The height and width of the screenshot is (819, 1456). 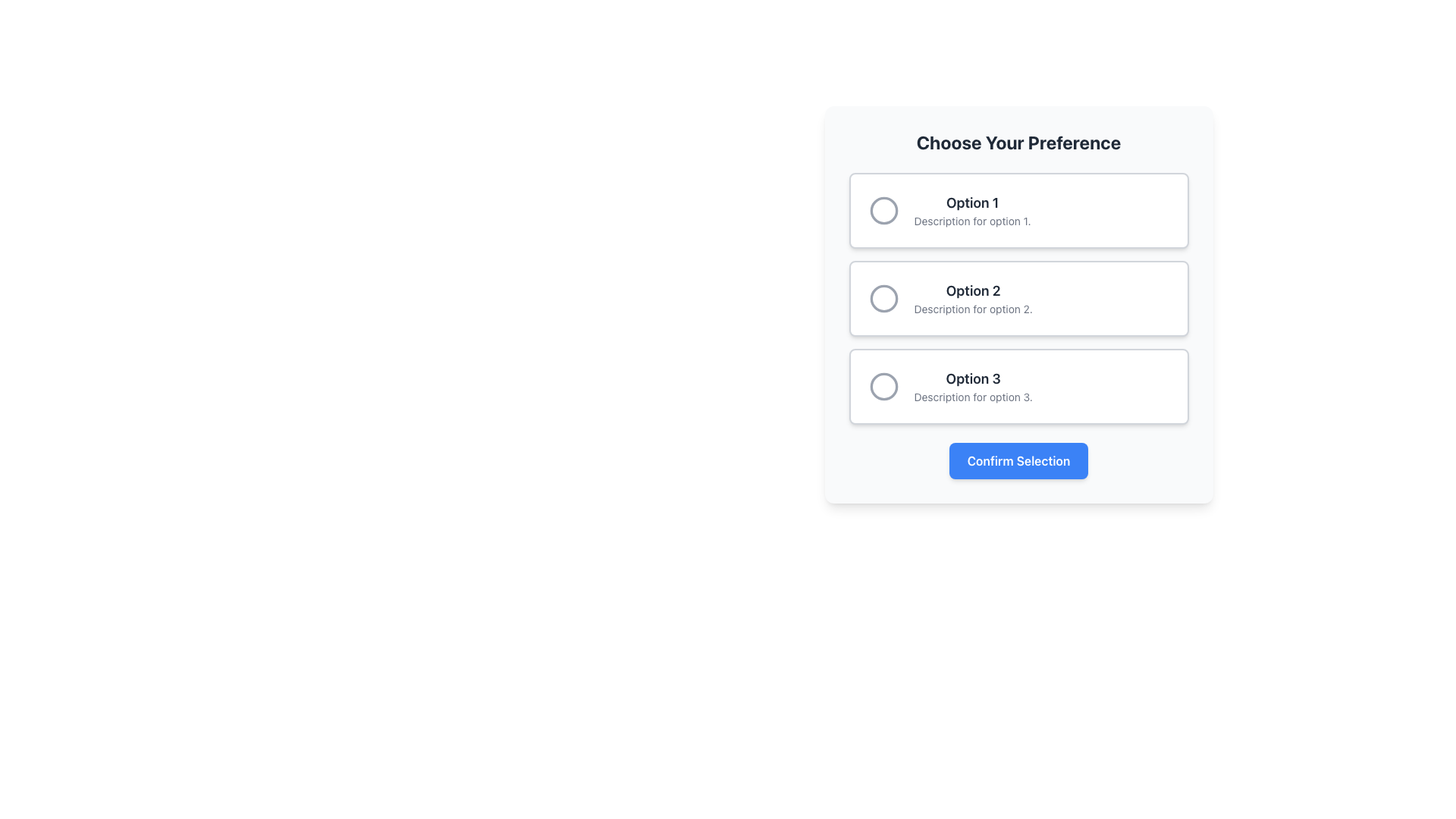 What do you see at coordinates (1018, 460) in the screenshot?
I see `the blue button labeled 'Confirm Selection'` at bounding box center [1018, 460].